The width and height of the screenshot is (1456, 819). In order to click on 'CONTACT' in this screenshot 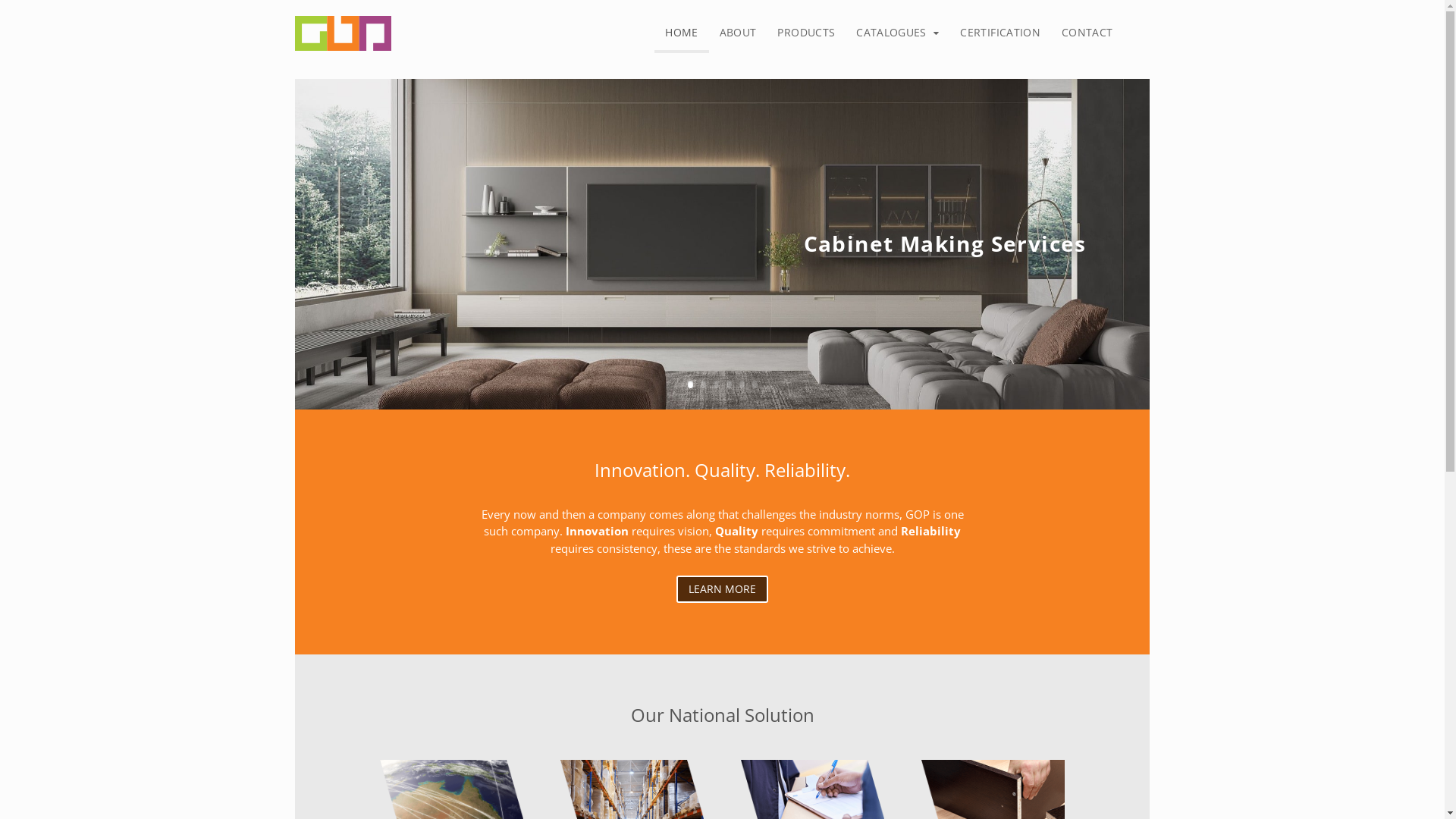, I will do `click(1050, 33)`.